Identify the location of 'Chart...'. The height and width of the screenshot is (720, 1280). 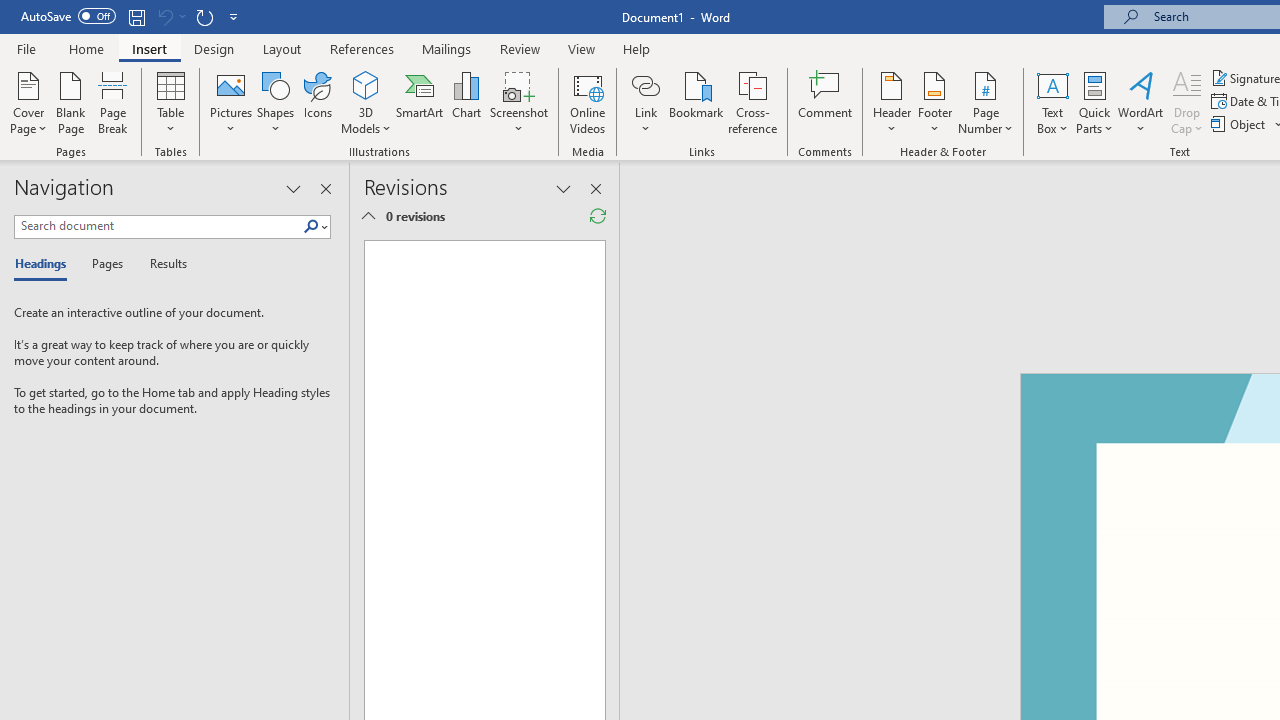
(465, 103).